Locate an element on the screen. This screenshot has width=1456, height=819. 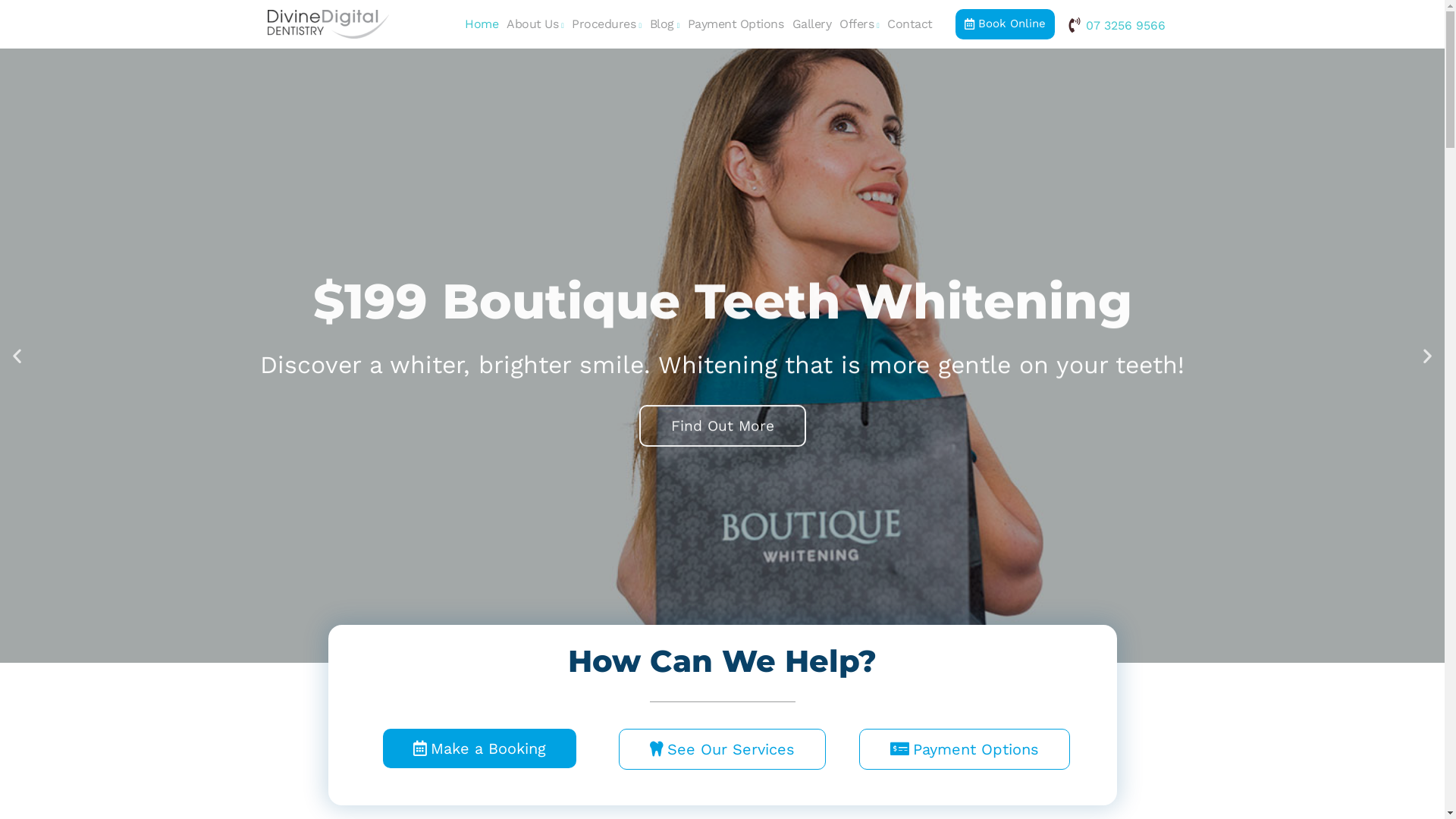
'Procedures' is located at coordinates (566, 24).